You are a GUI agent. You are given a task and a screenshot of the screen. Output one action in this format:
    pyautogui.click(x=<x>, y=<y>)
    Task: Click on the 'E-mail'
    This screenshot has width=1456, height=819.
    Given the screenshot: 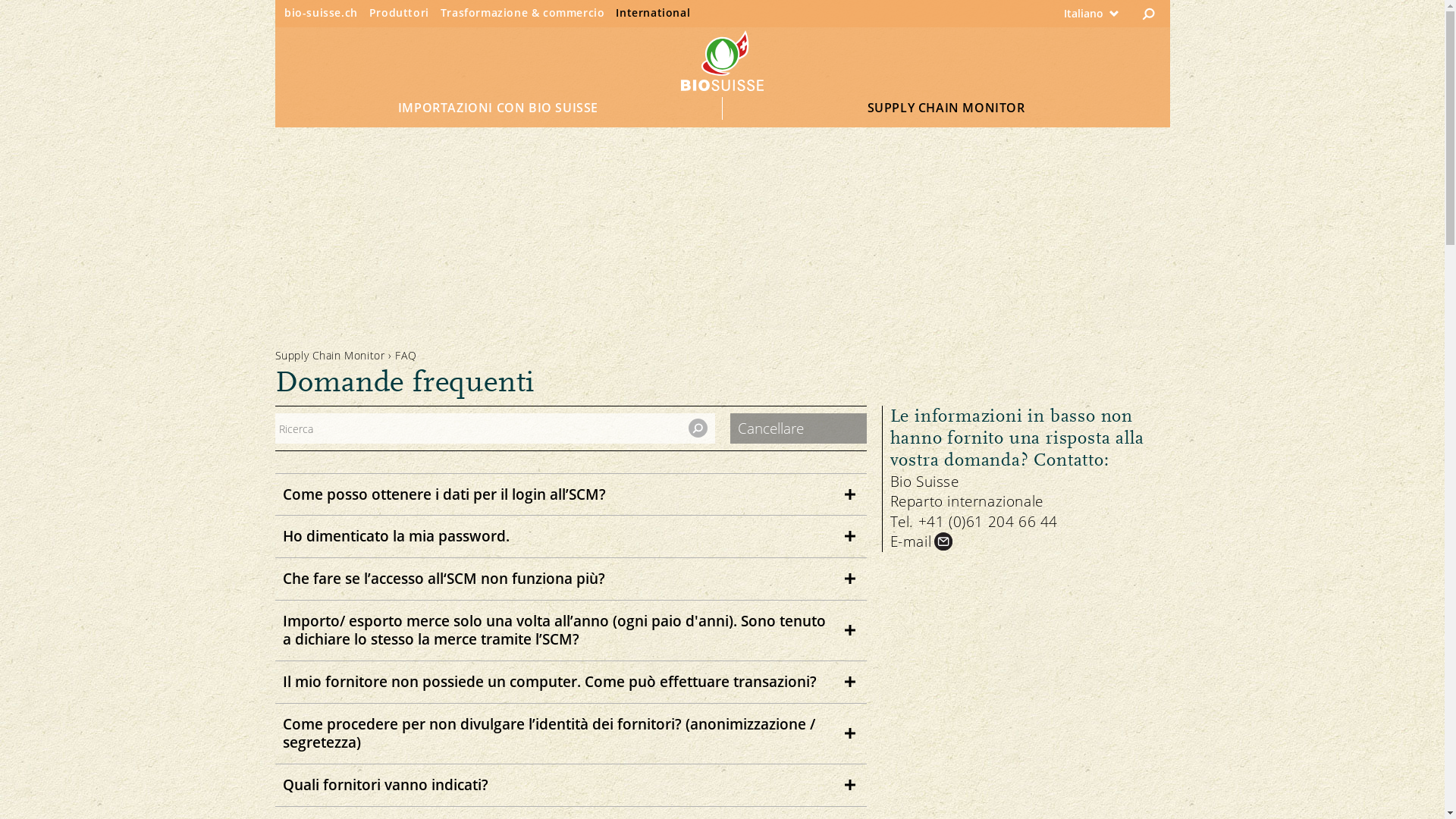 What is the action you would take?
    pyautogui.click(x=922, y=541)
    